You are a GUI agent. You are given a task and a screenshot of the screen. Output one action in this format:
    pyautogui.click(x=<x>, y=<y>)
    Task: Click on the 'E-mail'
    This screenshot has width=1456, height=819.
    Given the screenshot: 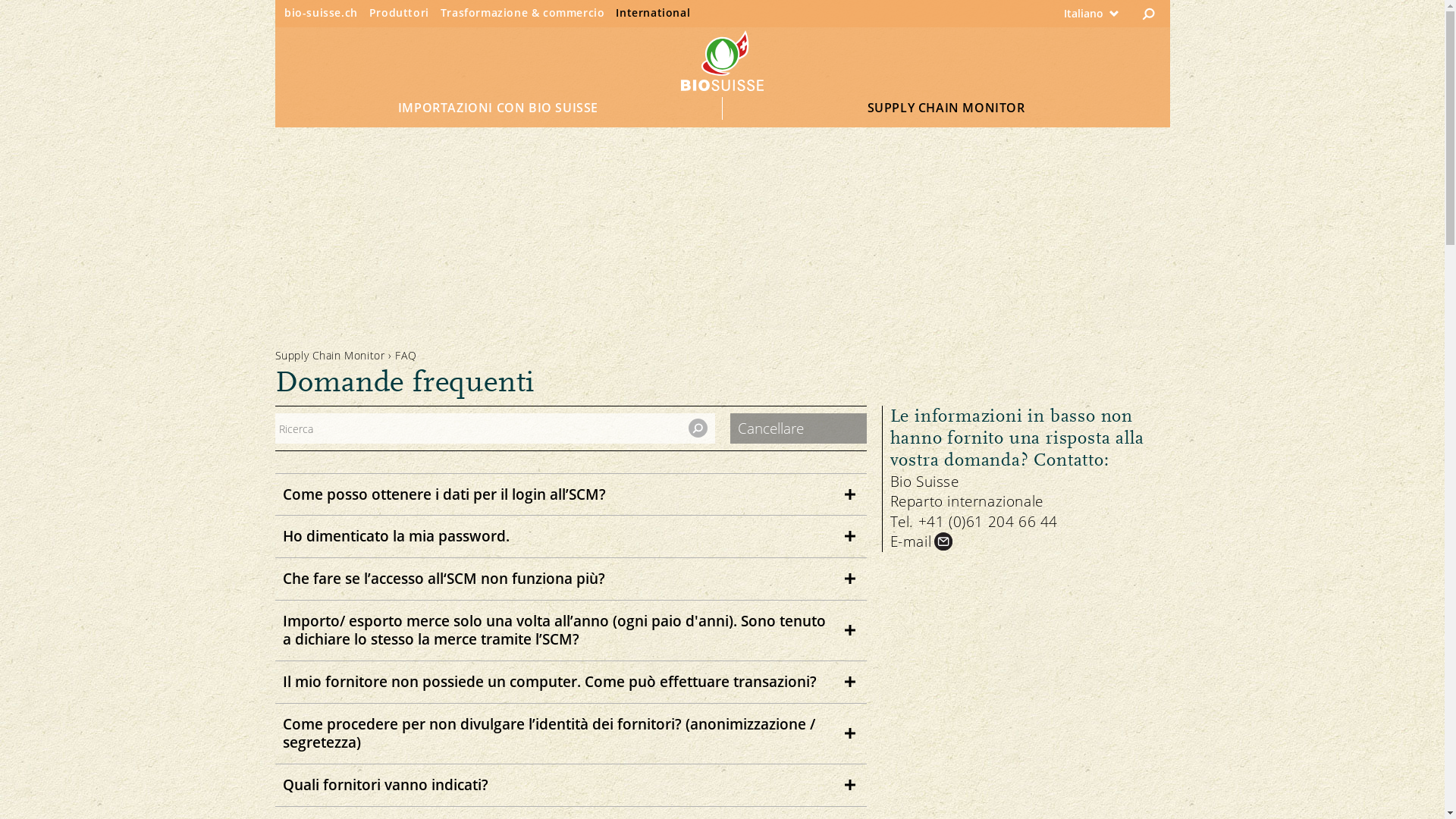 What is the action you would take?
    pyautogui.click(x=922, y=541)
    